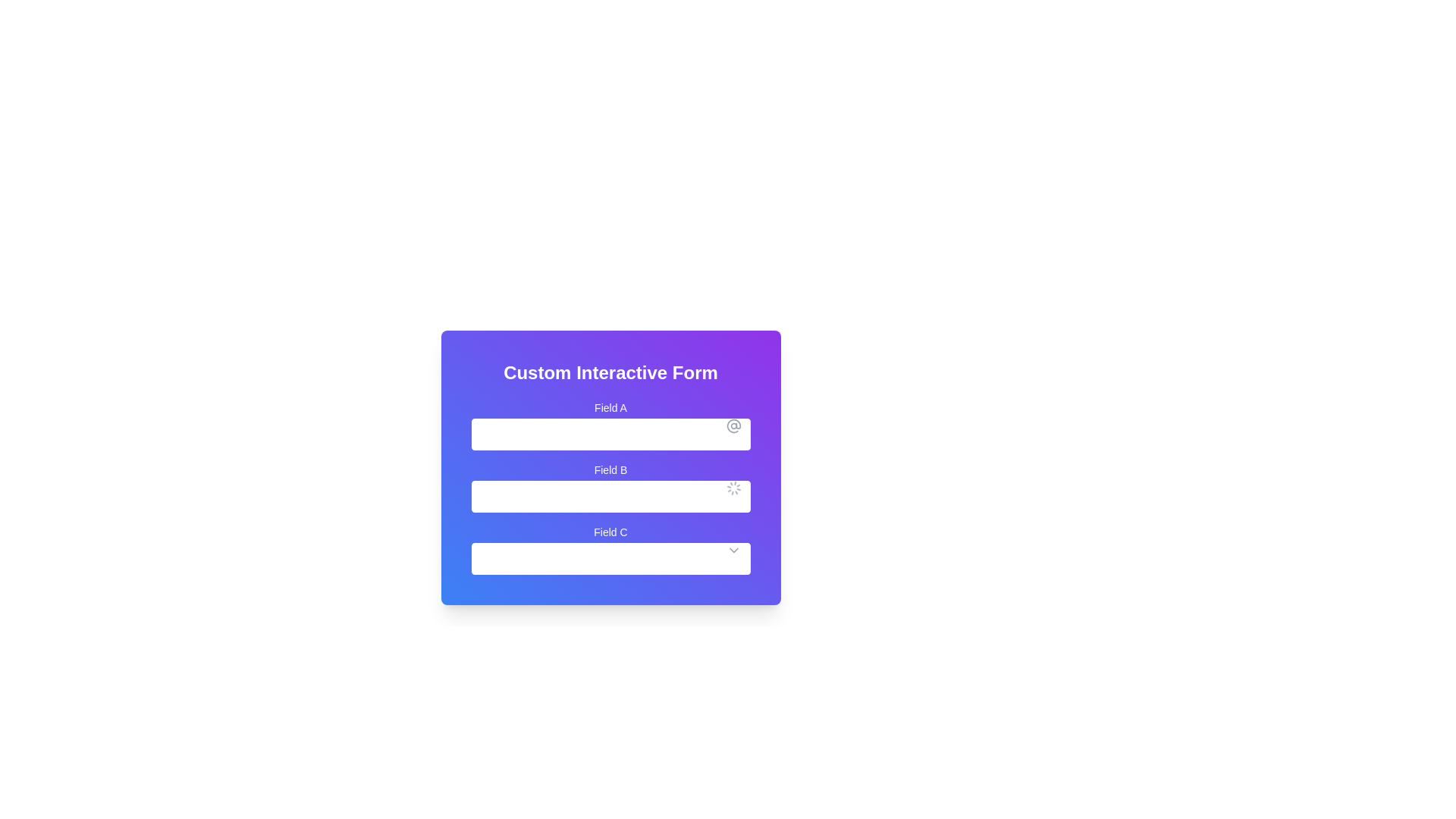 Image resolution: width=1456 pixels, height=819 pixels. What do you see at coordinates (610, 497) in the screenshot?
I see `real-time updates in the text input field located below the label 'Field B', indicated by the spinner icon to the right of the input` at bounding box center [610, 497].